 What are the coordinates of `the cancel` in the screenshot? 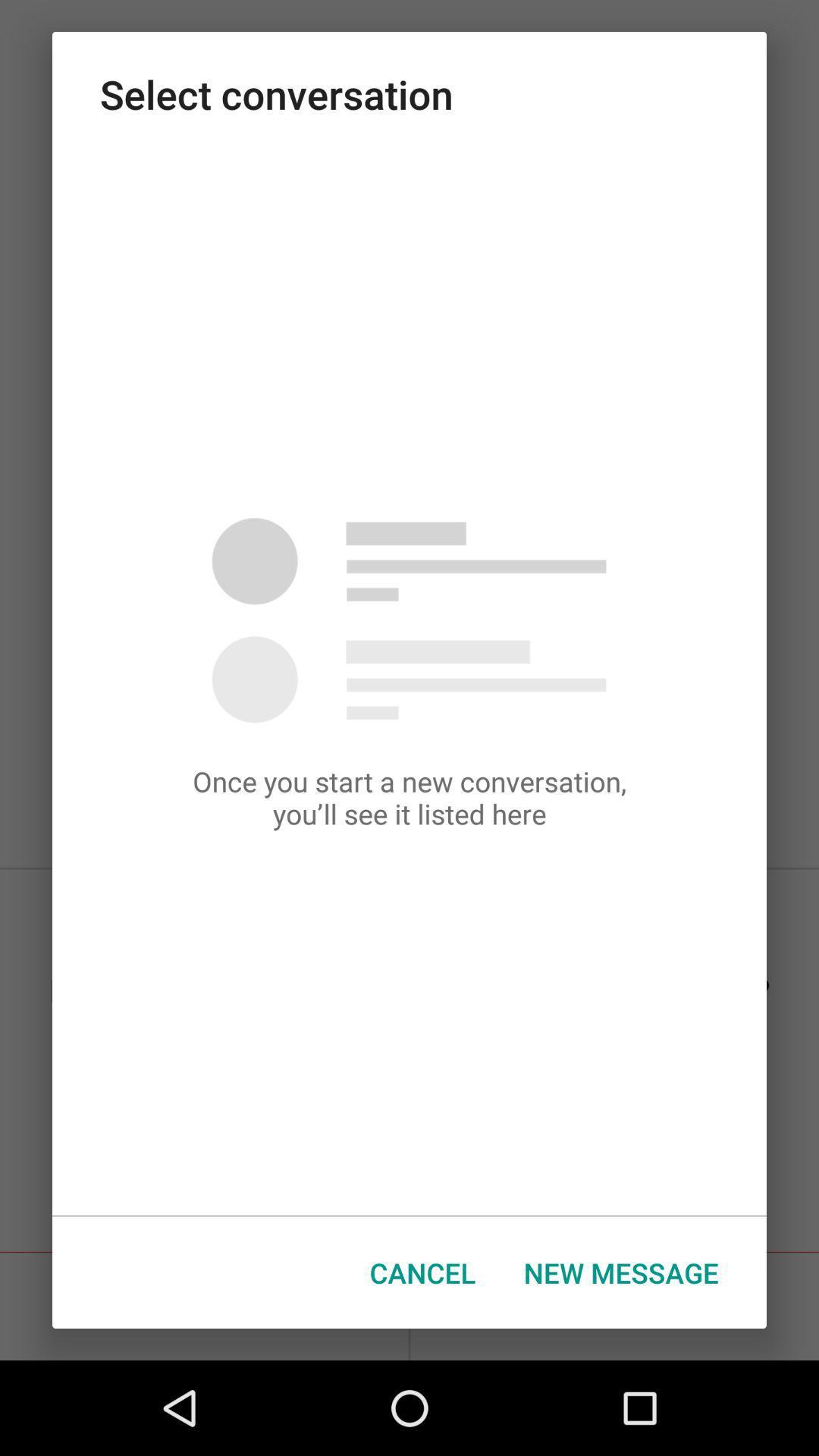 It's located at (422, 1272).